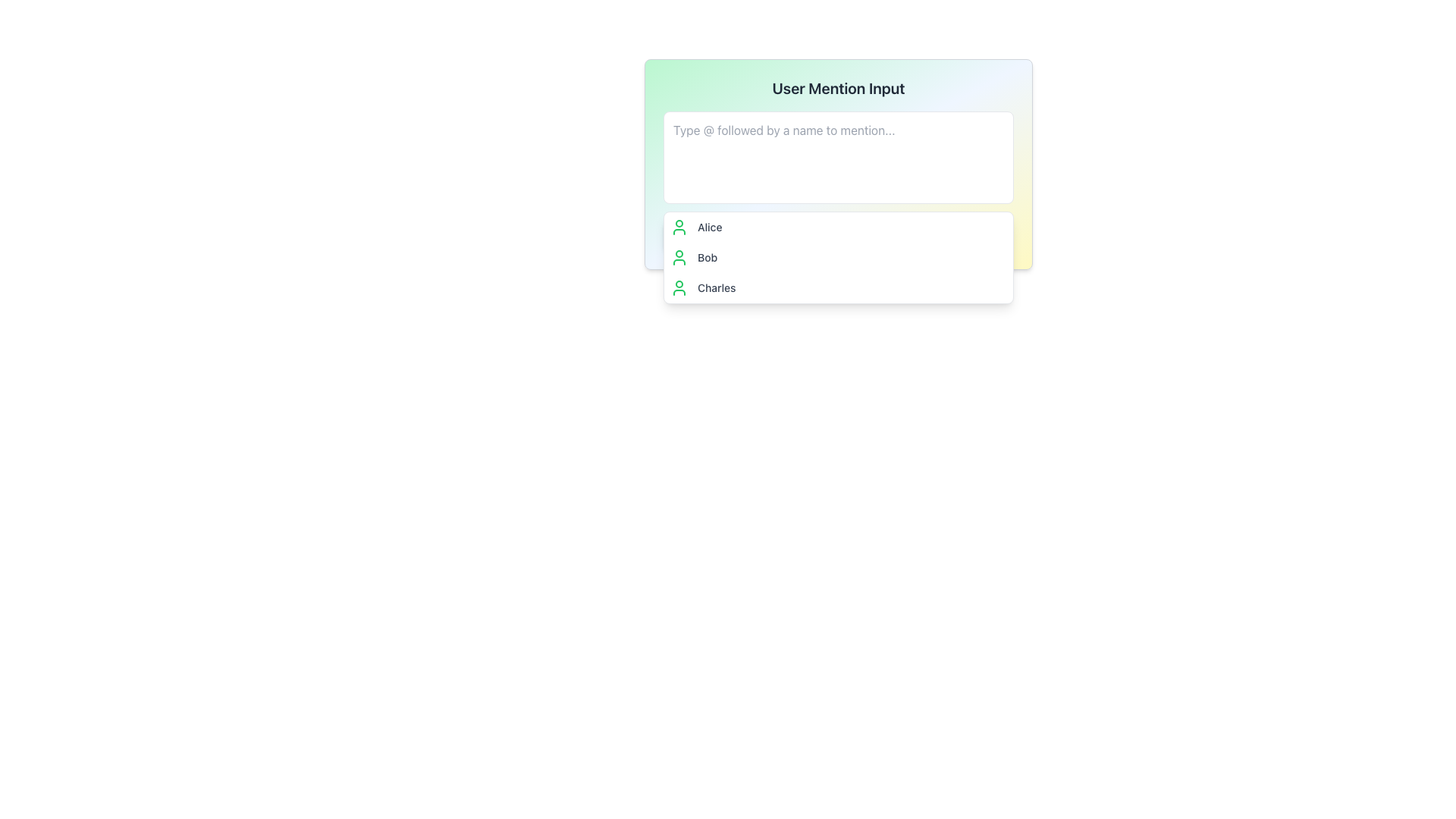 The height and width of the screenshot is (819, 1456). I want to click on the user icon representing 'Charles' in the dropdown list under the 'User Mention Input' interface, so click(679, 288).